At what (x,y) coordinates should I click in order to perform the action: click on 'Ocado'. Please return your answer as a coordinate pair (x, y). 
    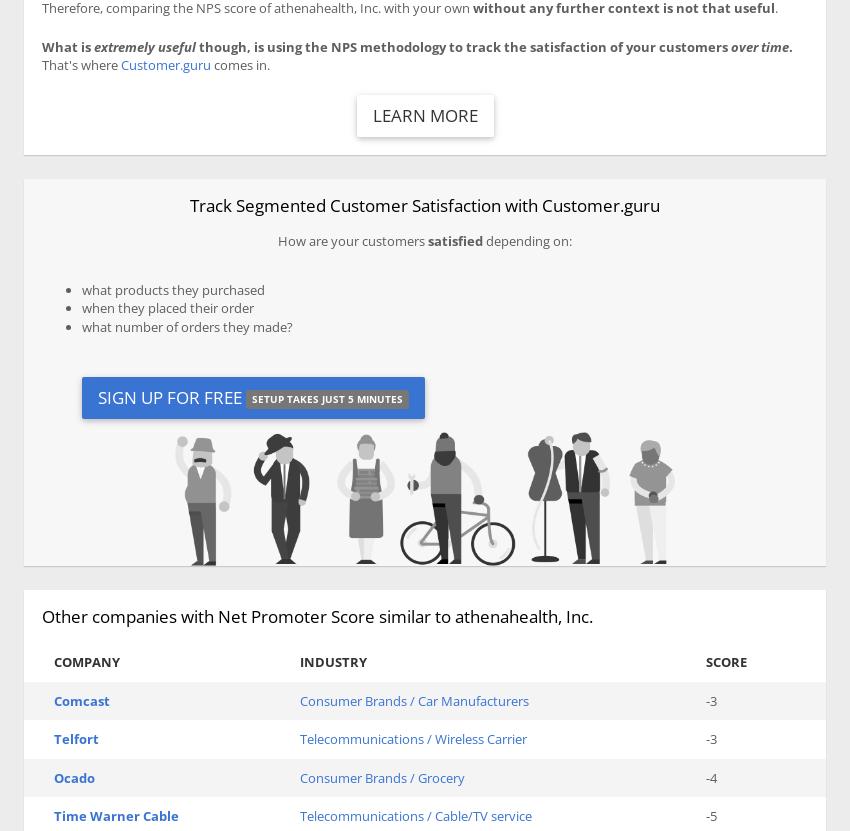
    Looking at the image, I should click on (74, 776).